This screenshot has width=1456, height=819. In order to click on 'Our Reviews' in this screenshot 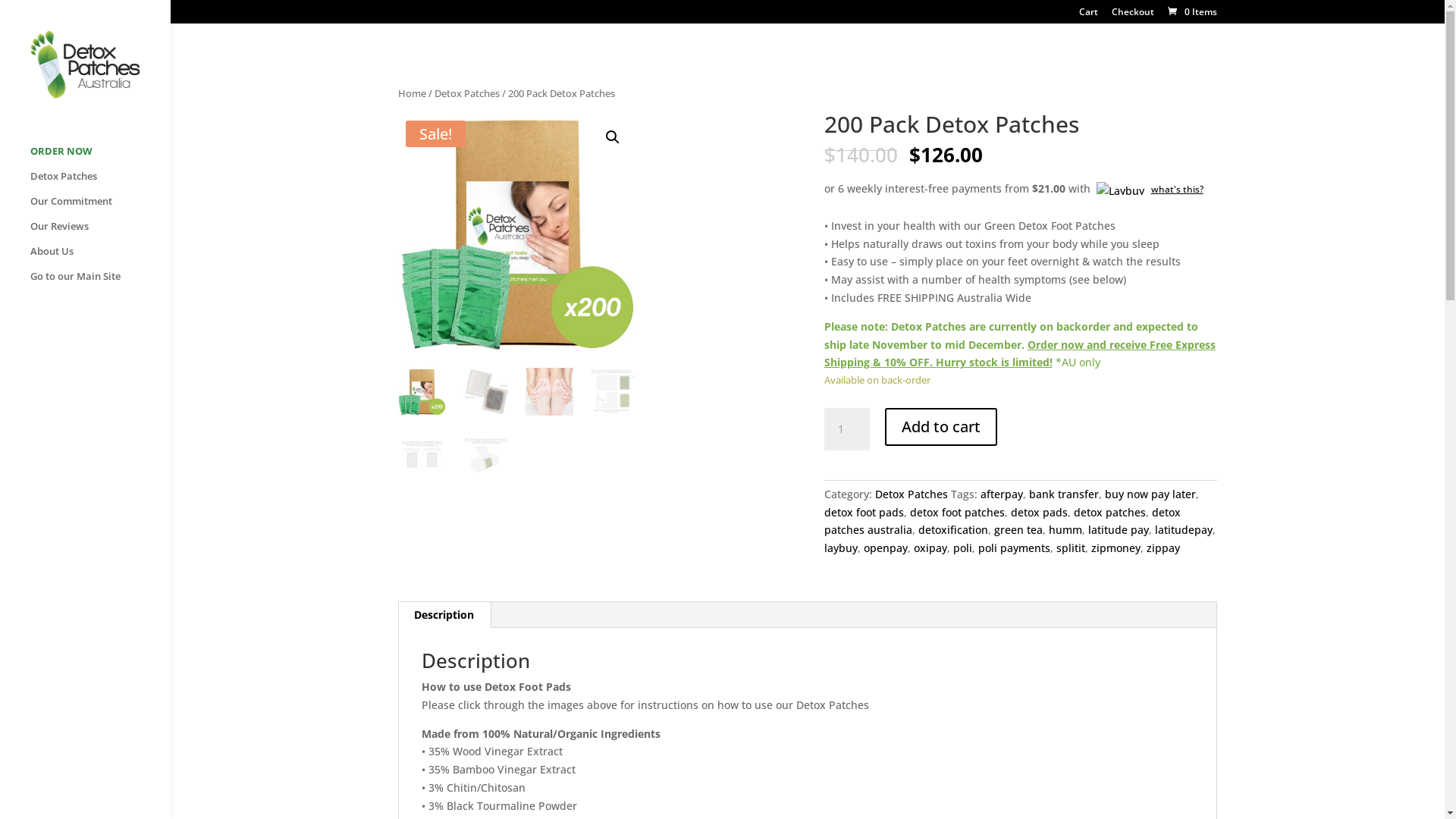, I will do `click(99, 233)`.